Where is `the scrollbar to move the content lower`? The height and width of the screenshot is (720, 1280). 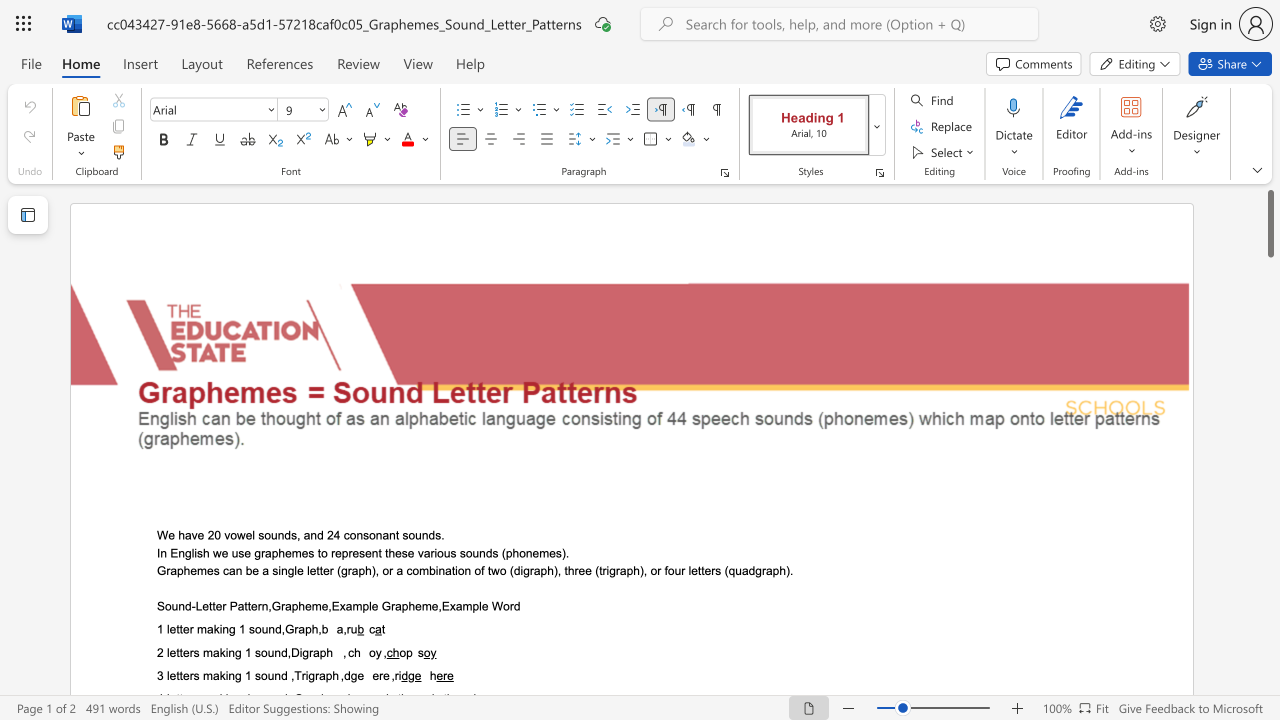 the scrollbar to move the content lower is located at coordinates (1269, 490).